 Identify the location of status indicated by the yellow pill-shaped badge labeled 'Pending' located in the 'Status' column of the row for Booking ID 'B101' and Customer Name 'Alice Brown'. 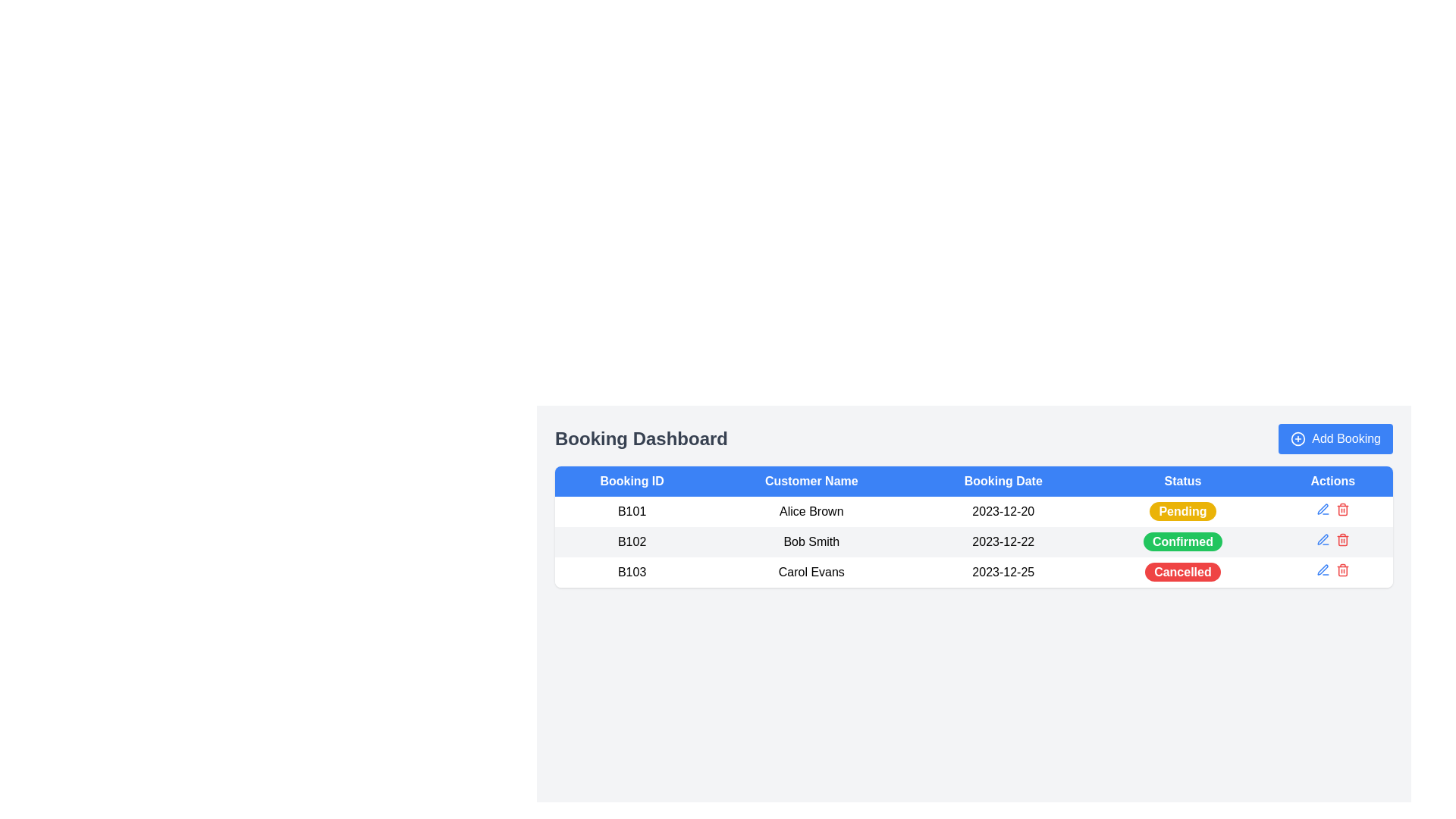
(1182, 511).